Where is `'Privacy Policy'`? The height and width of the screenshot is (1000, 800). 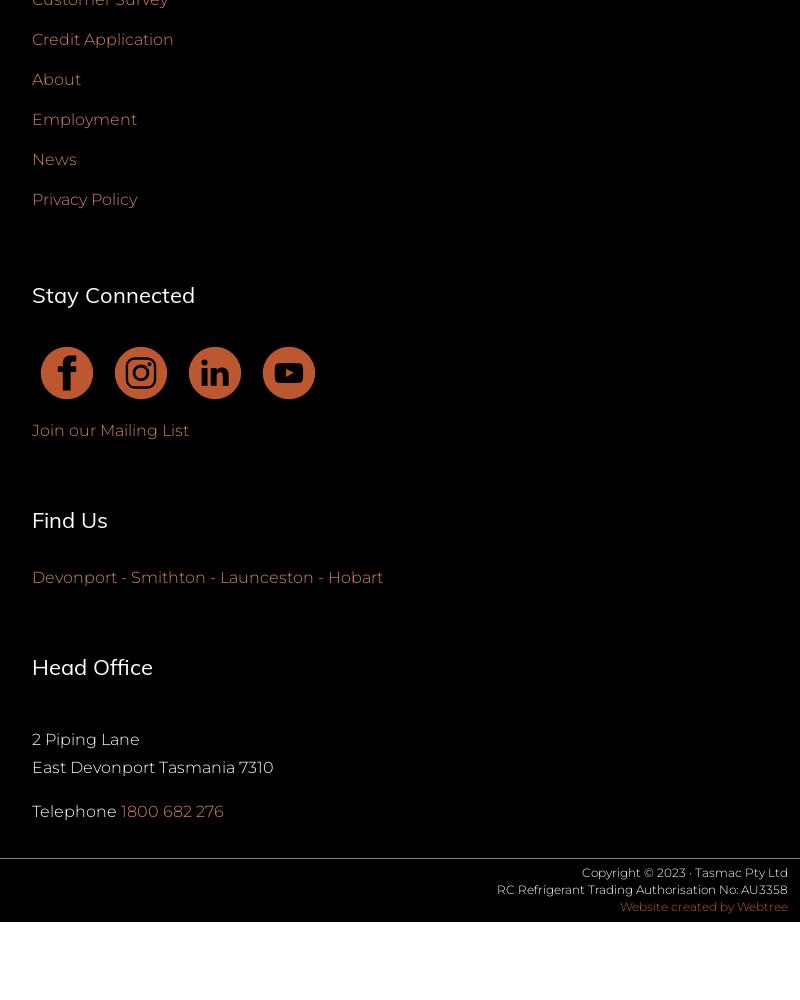 'Privacy Policy' is located at coordinates (84, 197).